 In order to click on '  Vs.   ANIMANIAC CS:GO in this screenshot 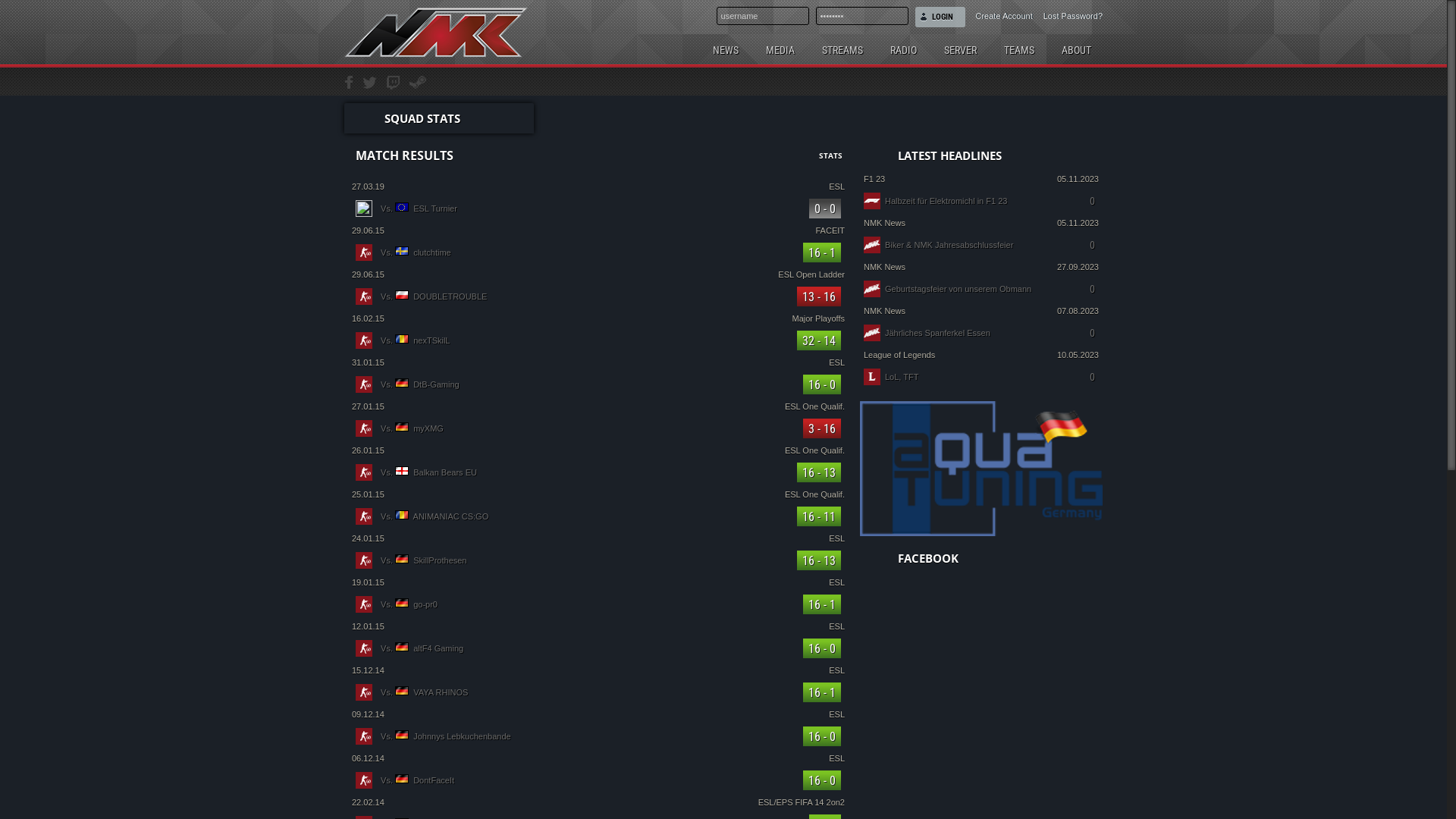, I will do `click(597, 516)`.